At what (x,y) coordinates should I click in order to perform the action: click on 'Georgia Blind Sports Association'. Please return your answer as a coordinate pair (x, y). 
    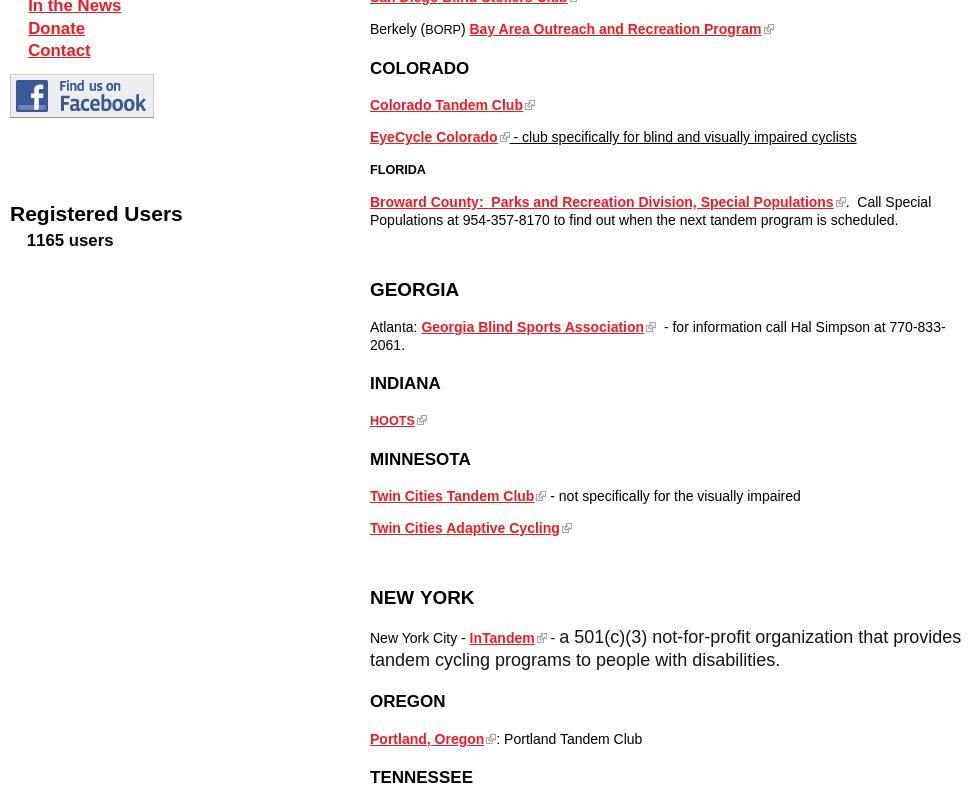
    Looking at the image, I should click on (532, 324).